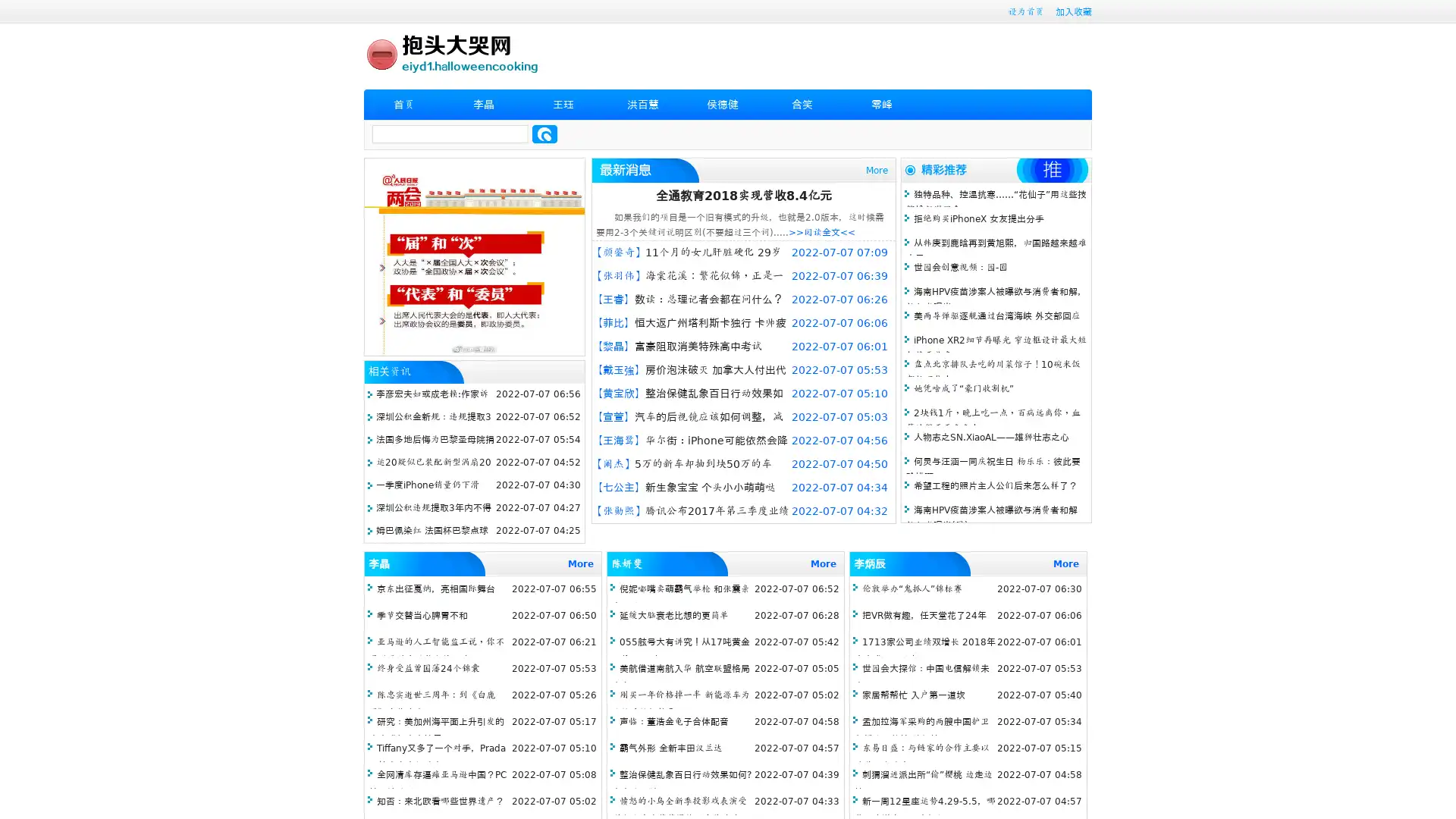  Describe the element at coordinates (544, 133) in the screenshot. I see `Search` at that location.